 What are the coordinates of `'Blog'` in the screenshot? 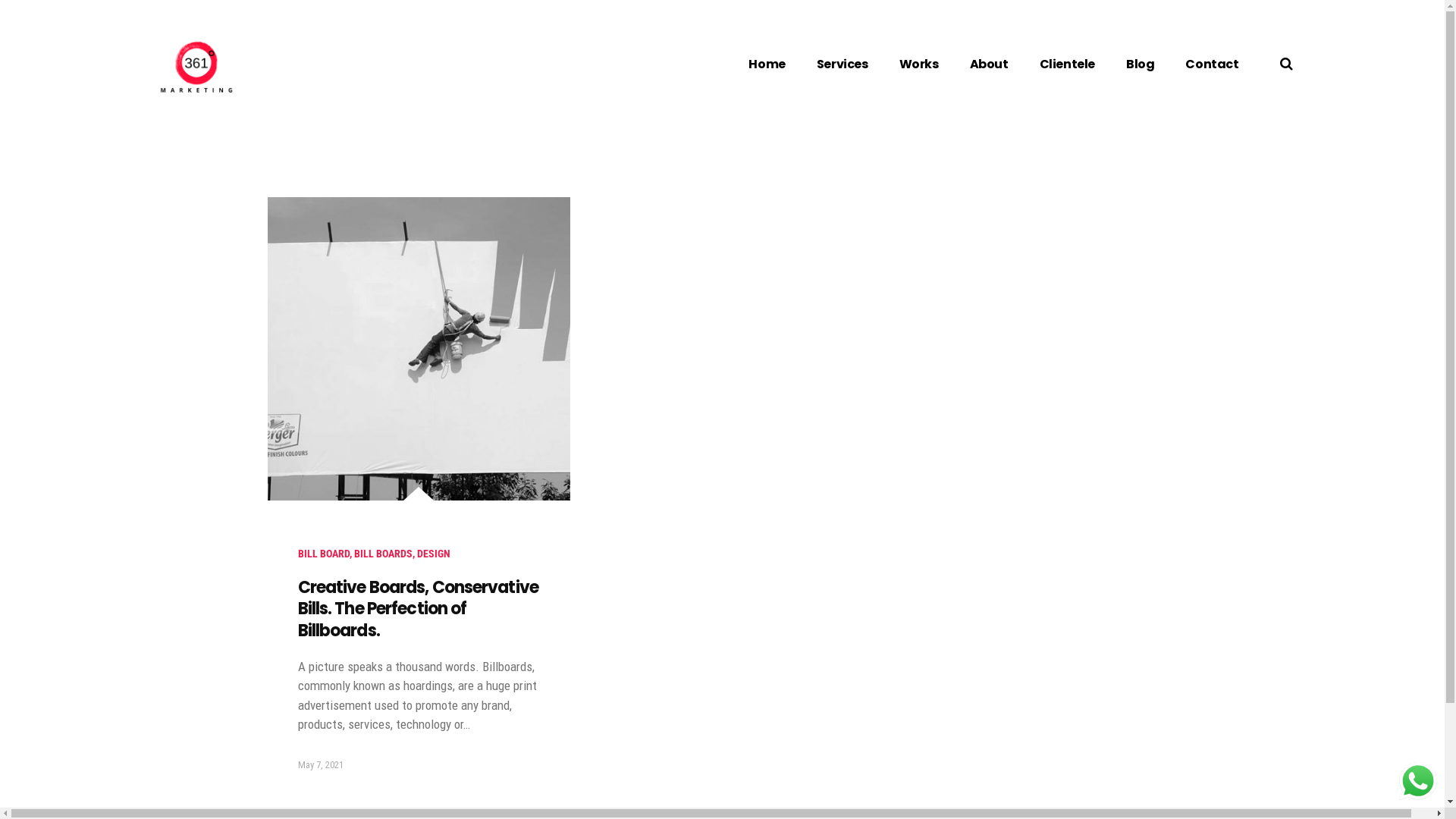 It's located at (1140, 63).